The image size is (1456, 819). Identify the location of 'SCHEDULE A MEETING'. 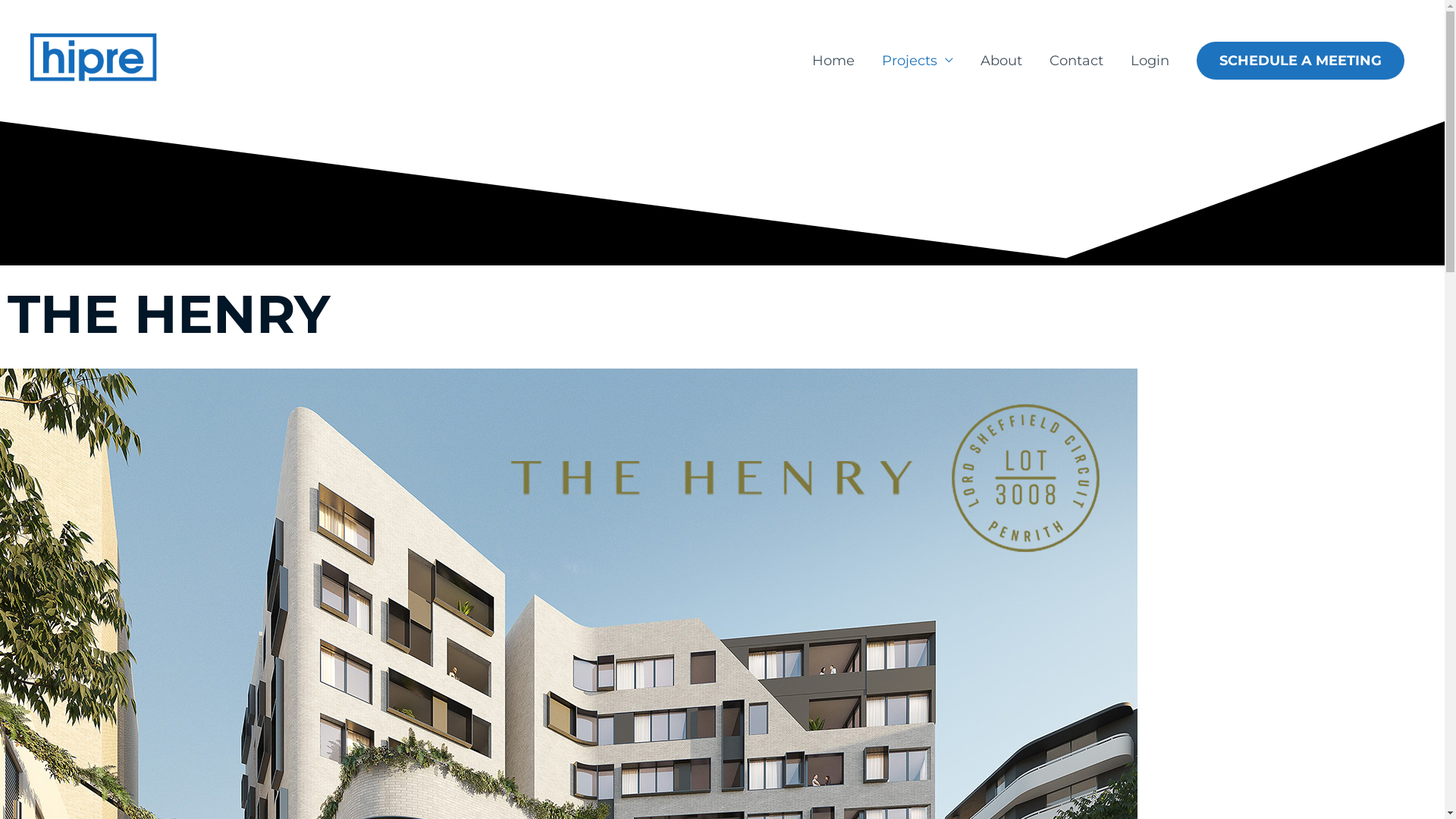
(1299, 60).